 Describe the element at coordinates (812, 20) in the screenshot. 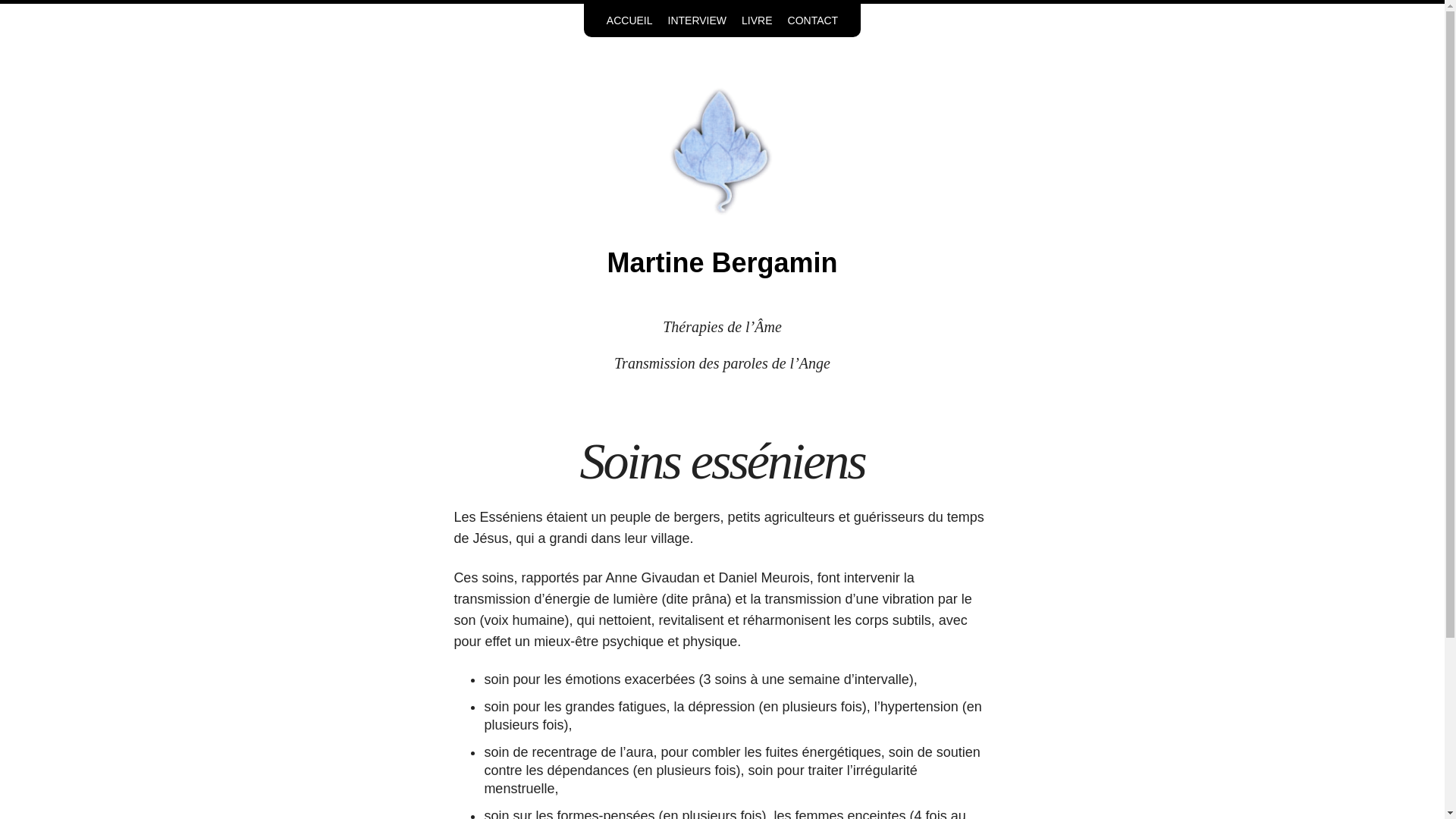

I see `'CONTACT'` at that location.